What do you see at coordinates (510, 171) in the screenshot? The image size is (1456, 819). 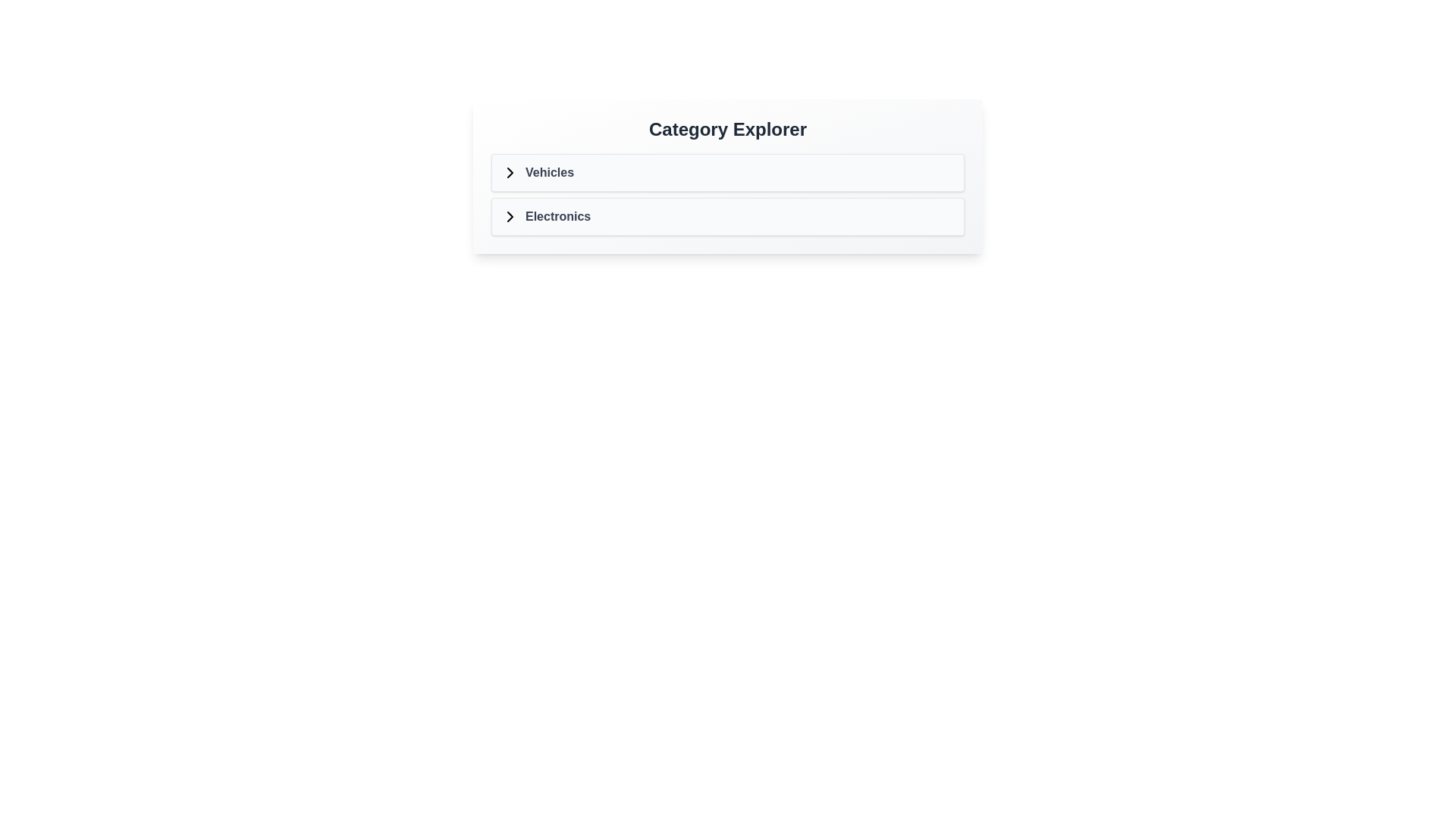 I see `the right-pointing chevron SVG icon located before the 'Vehicles' text label in the 'Category Explorer' list` at bounding box center [510, 171].